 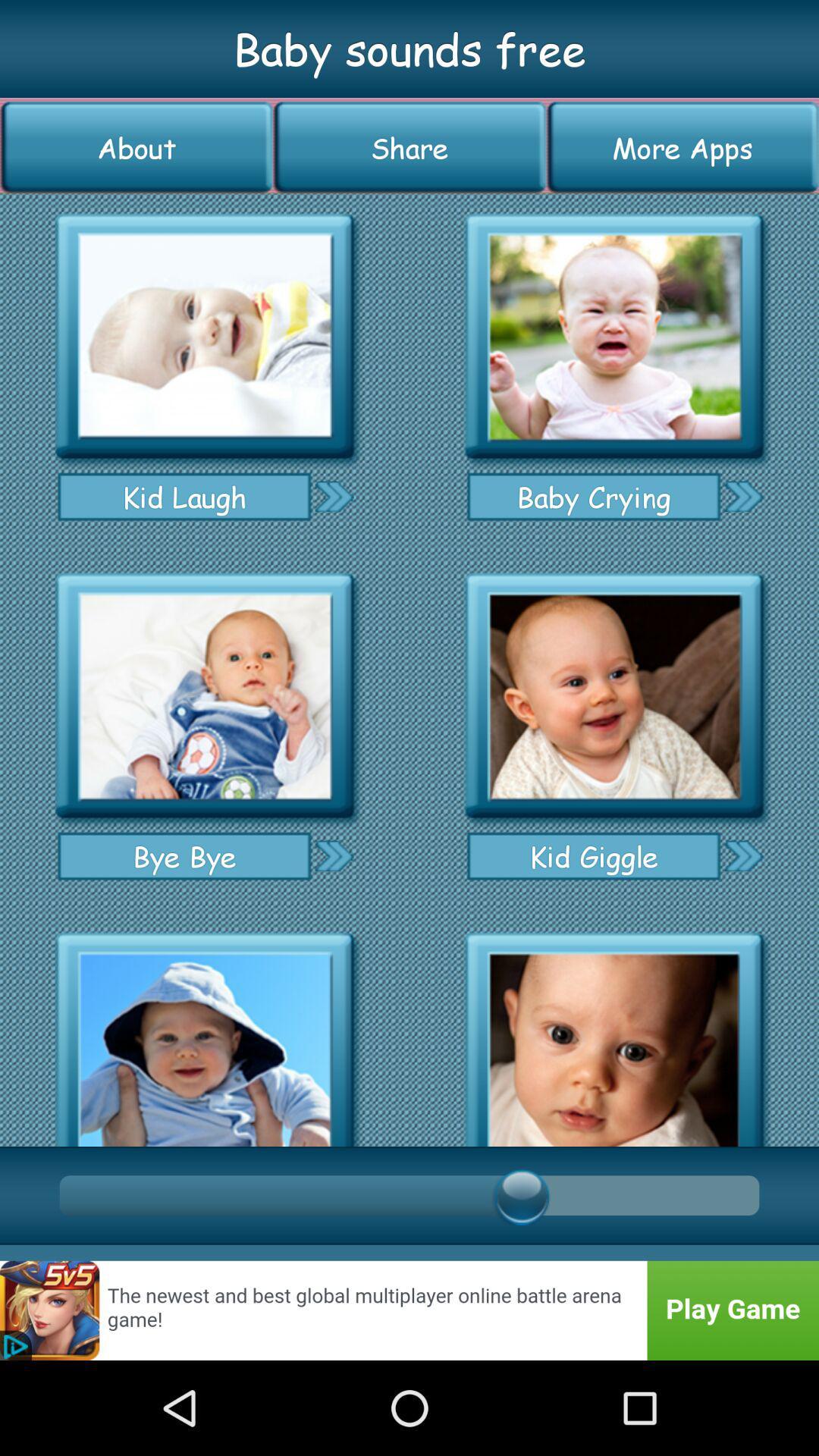 I want to click on kidlaugh, so click(x=205, y=336).